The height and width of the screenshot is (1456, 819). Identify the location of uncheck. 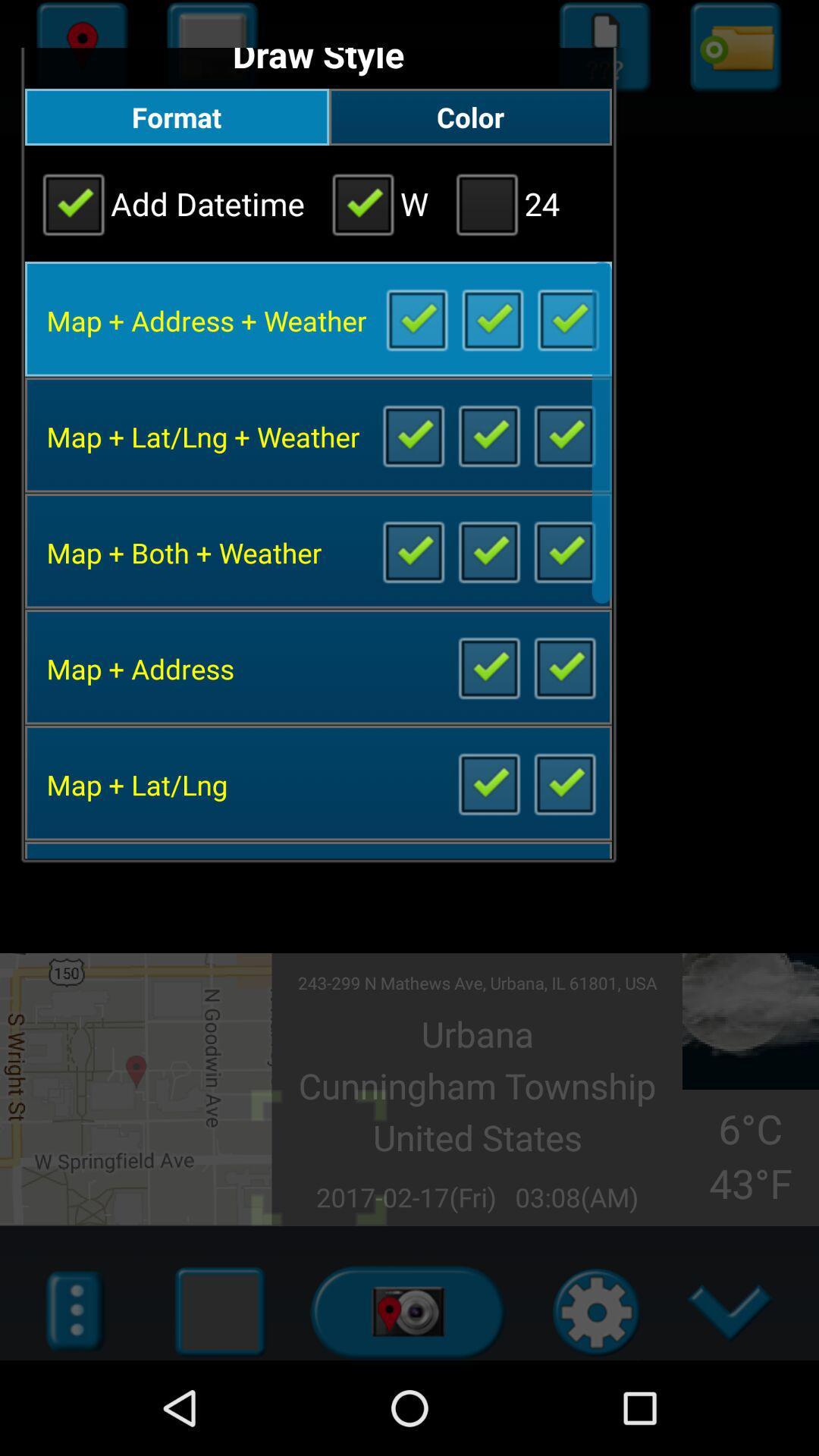
(564, 667).